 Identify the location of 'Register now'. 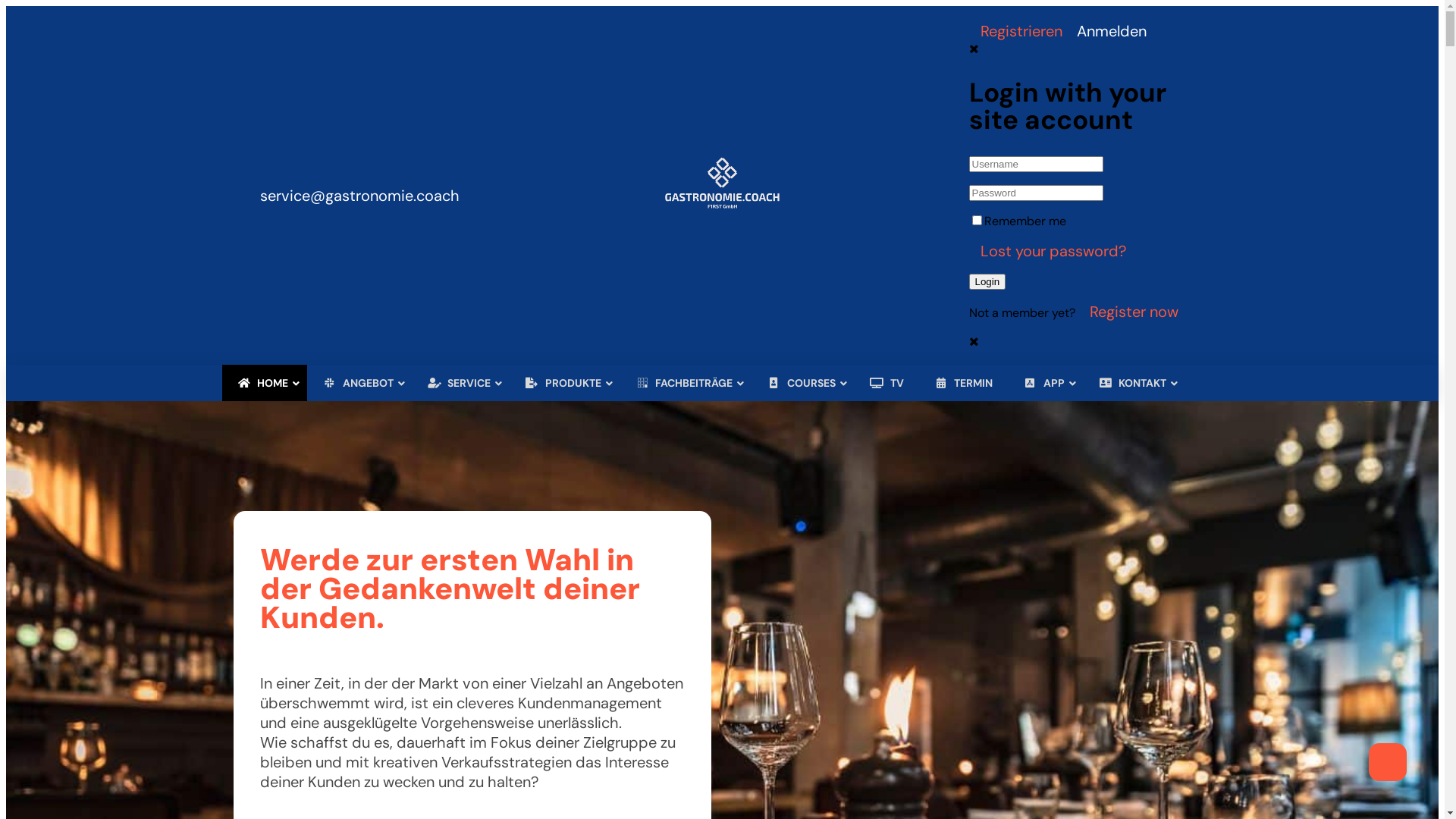
(1129, 311).